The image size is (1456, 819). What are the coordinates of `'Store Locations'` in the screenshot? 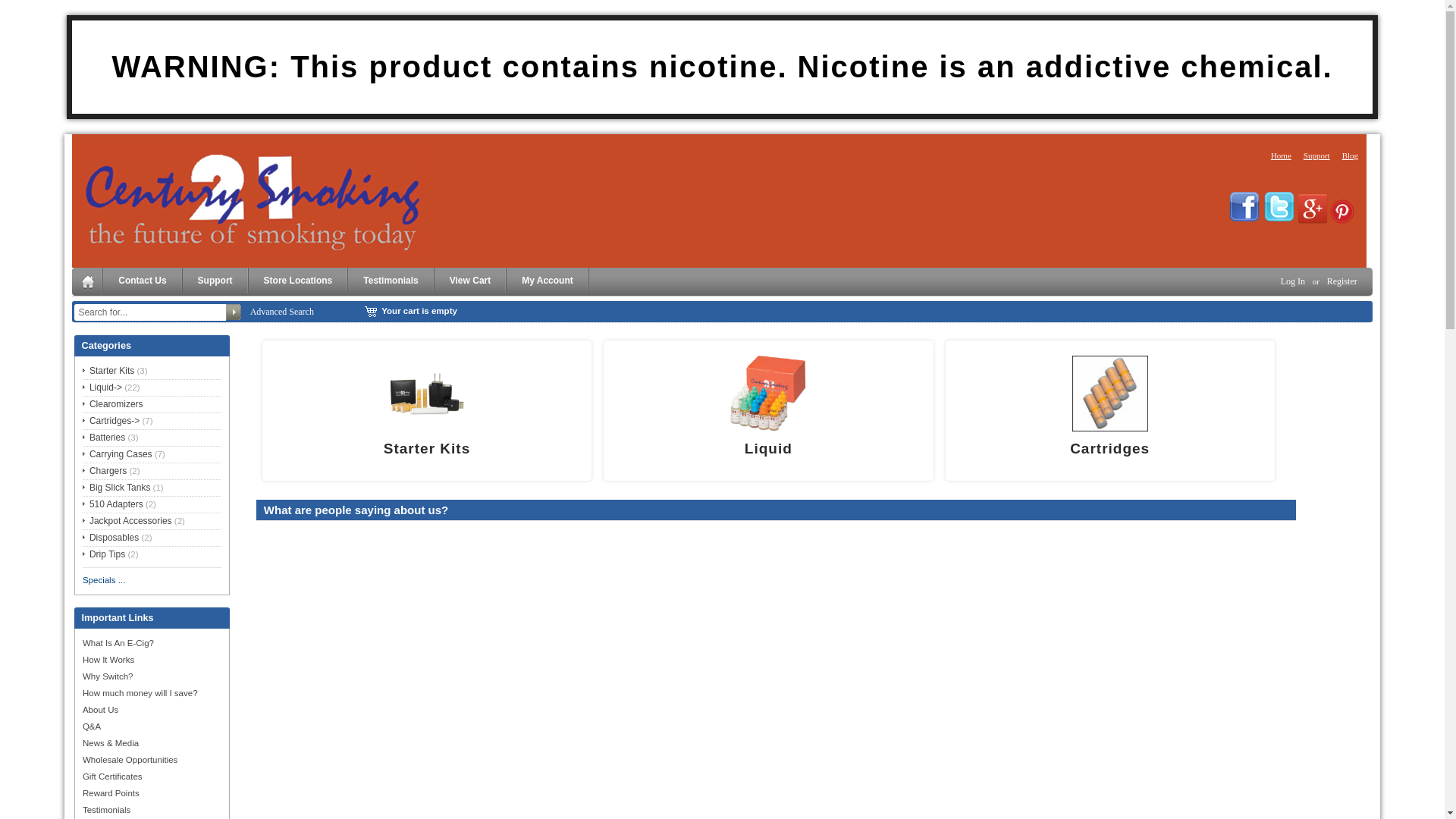 It's located at (298, 281).